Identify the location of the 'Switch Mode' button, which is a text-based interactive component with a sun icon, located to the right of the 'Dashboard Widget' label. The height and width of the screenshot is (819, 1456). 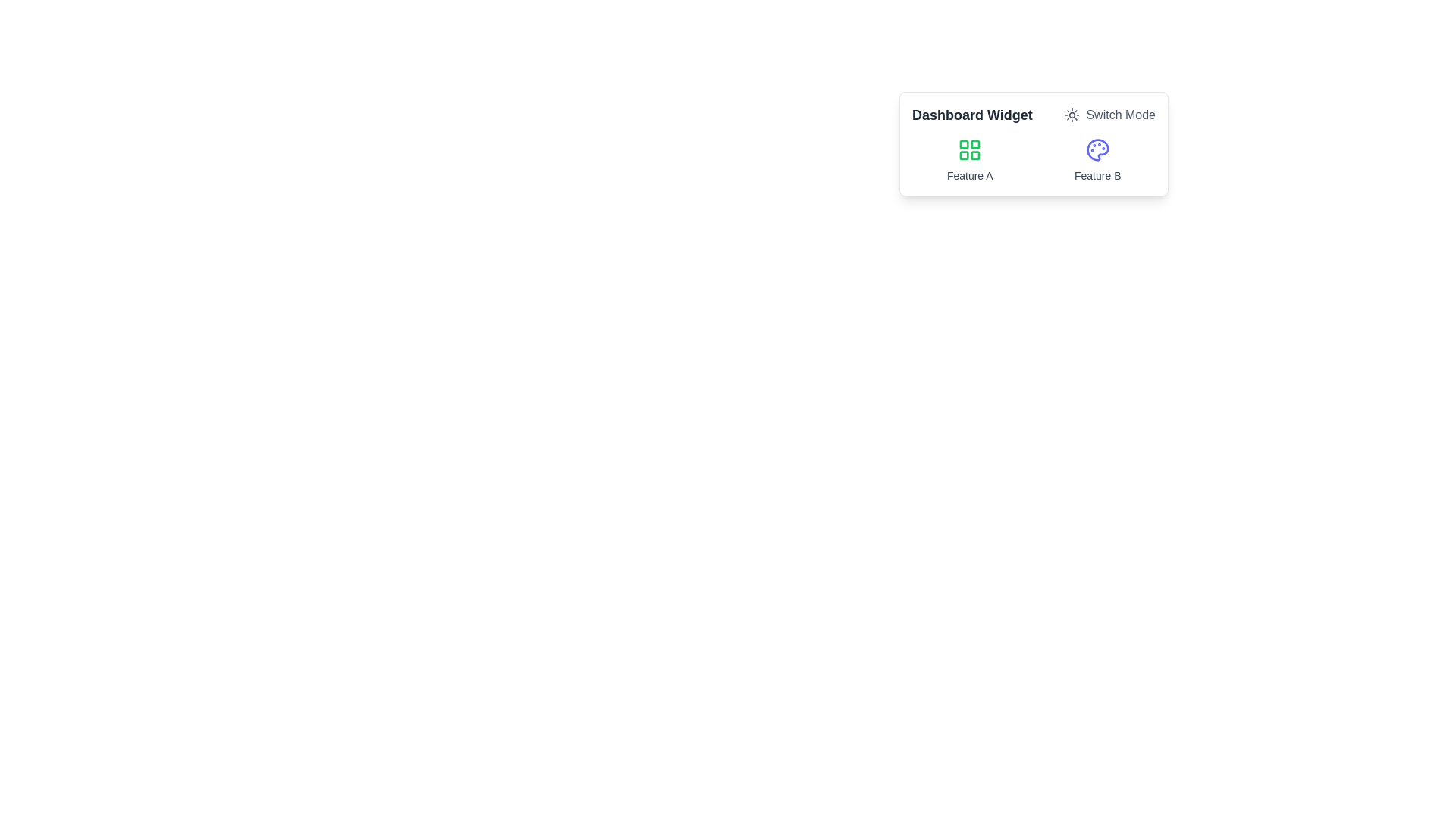
(1110, 114).